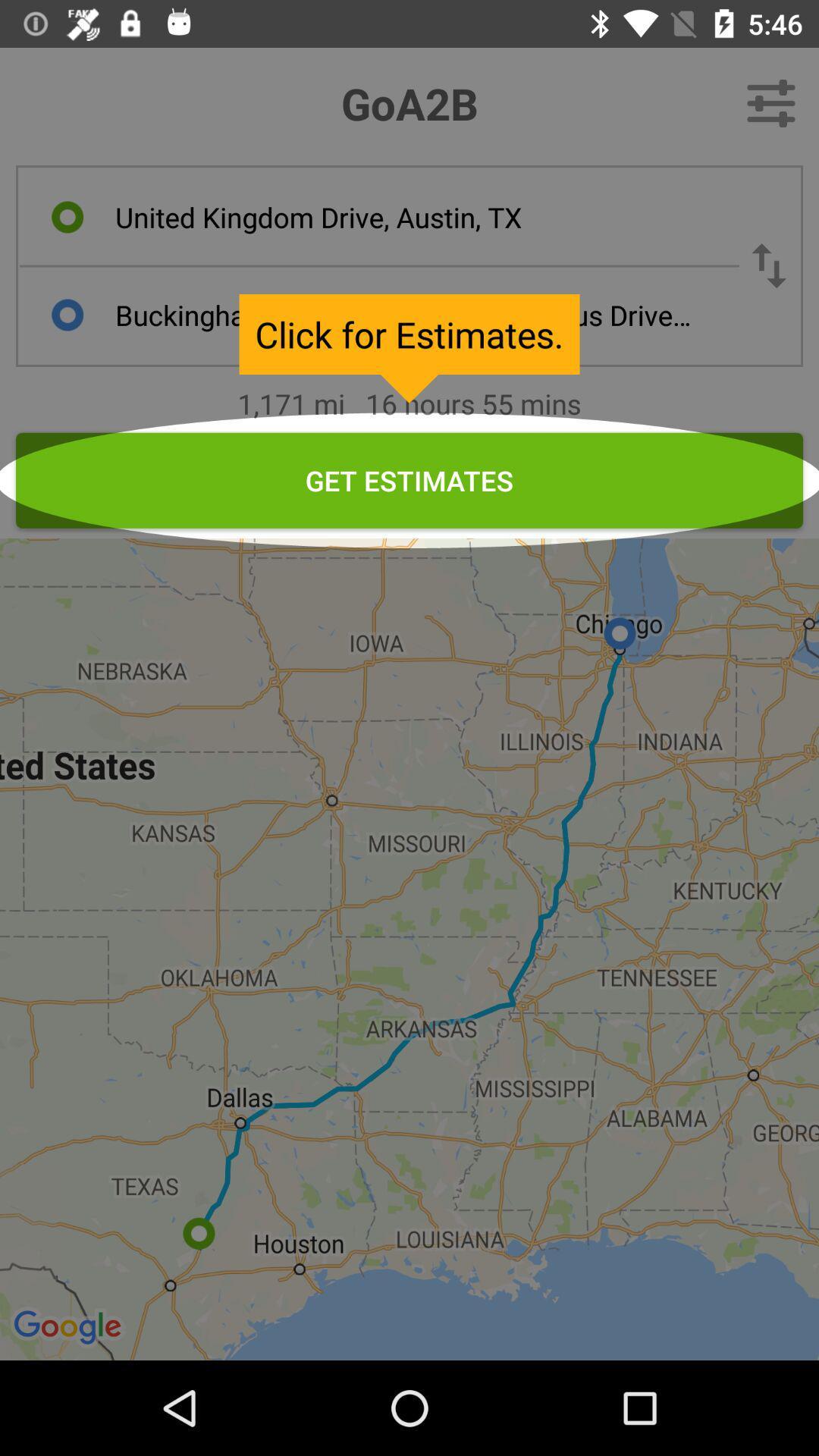 The image size is (819, 1456). What do you see at coordinates (769, 265) in the screenshot?
I see `the compare icon` at bounding box center [769, 265].